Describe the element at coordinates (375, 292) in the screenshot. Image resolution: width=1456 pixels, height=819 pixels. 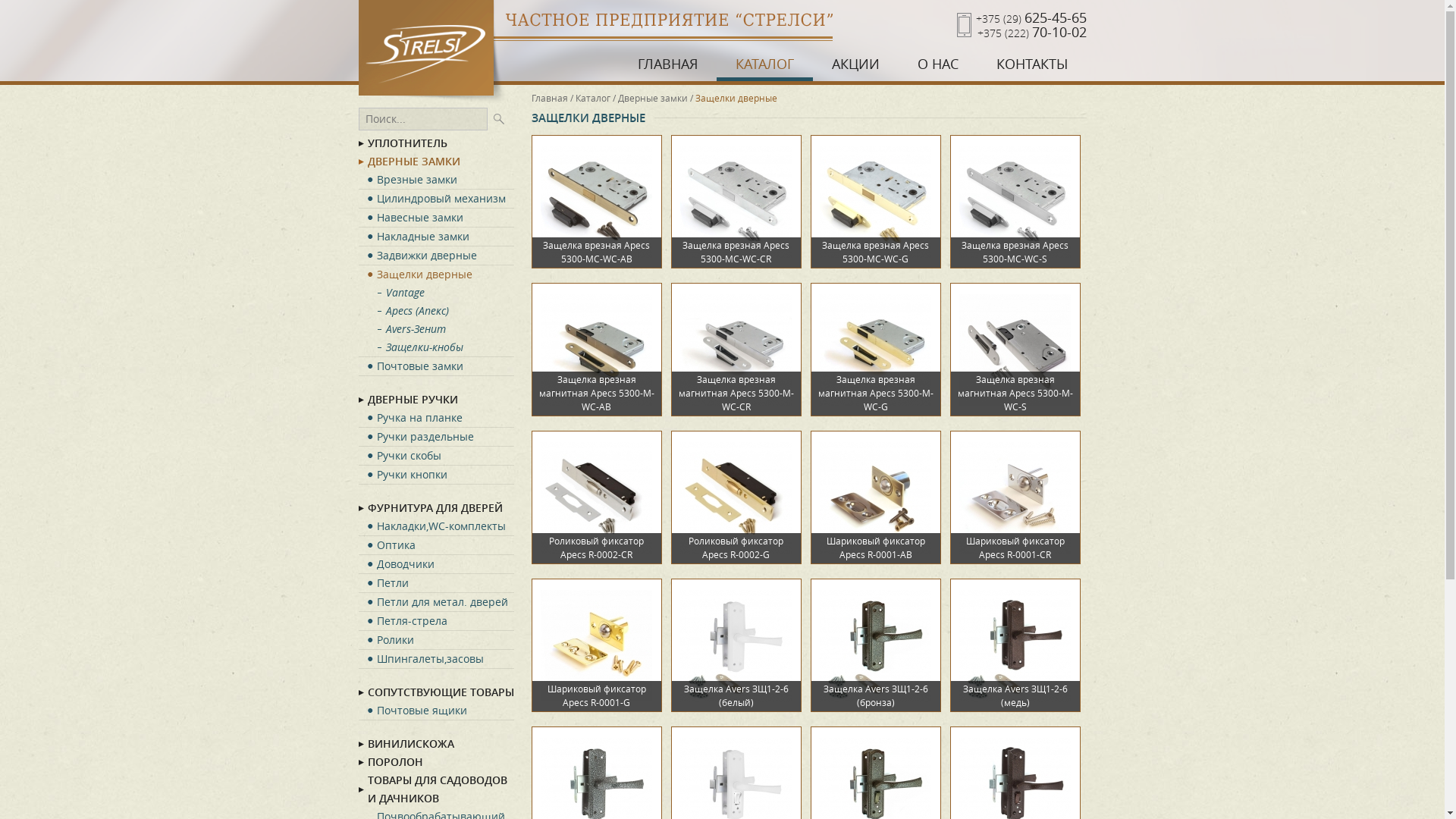
I see `'Vantage'` at that location.